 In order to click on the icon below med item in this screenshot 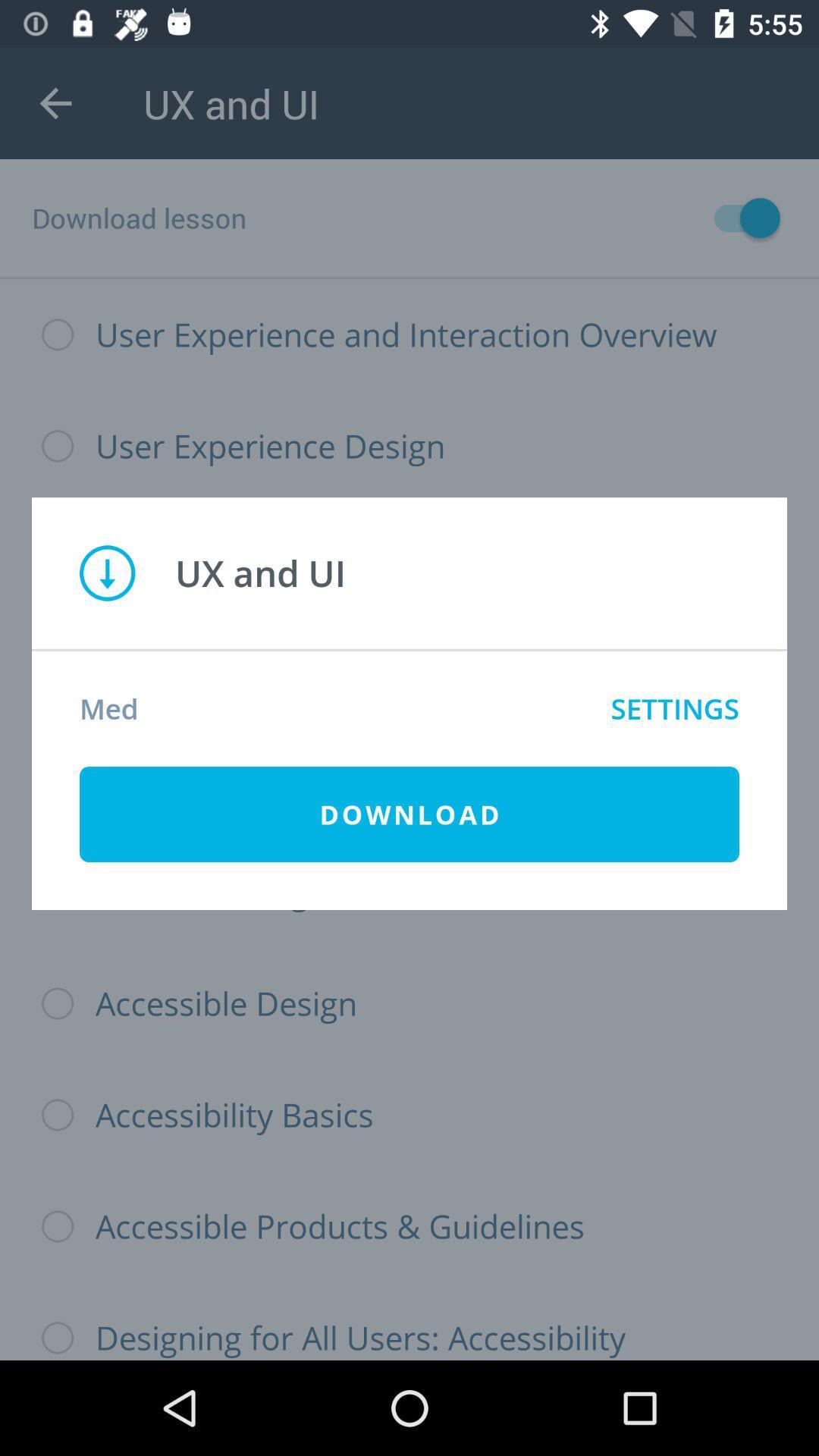, I will do `click(409, 814)`.